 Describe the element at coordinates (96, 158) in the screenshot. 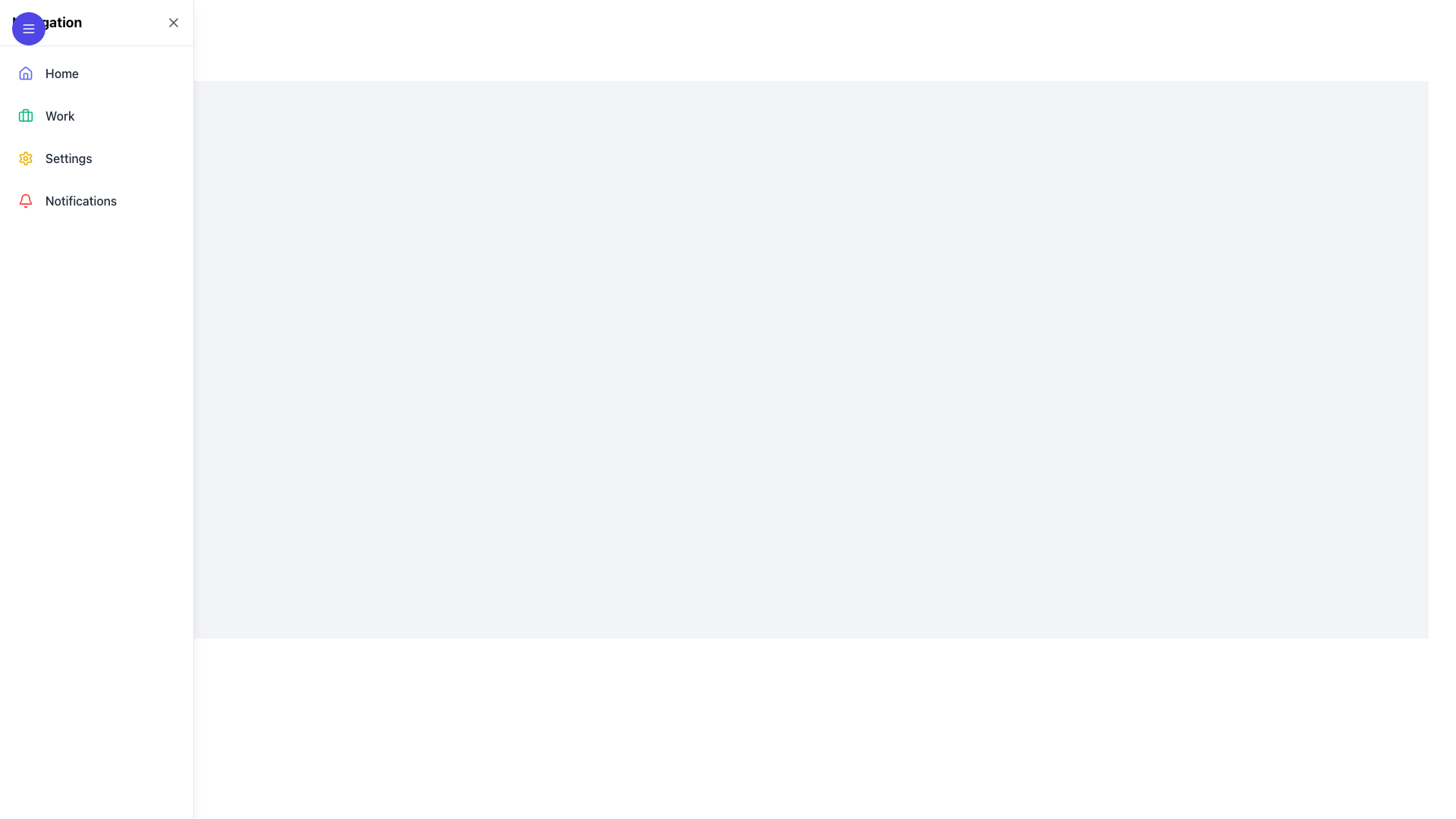

I see `the settings button located in the vertical navigation menu` at that location.